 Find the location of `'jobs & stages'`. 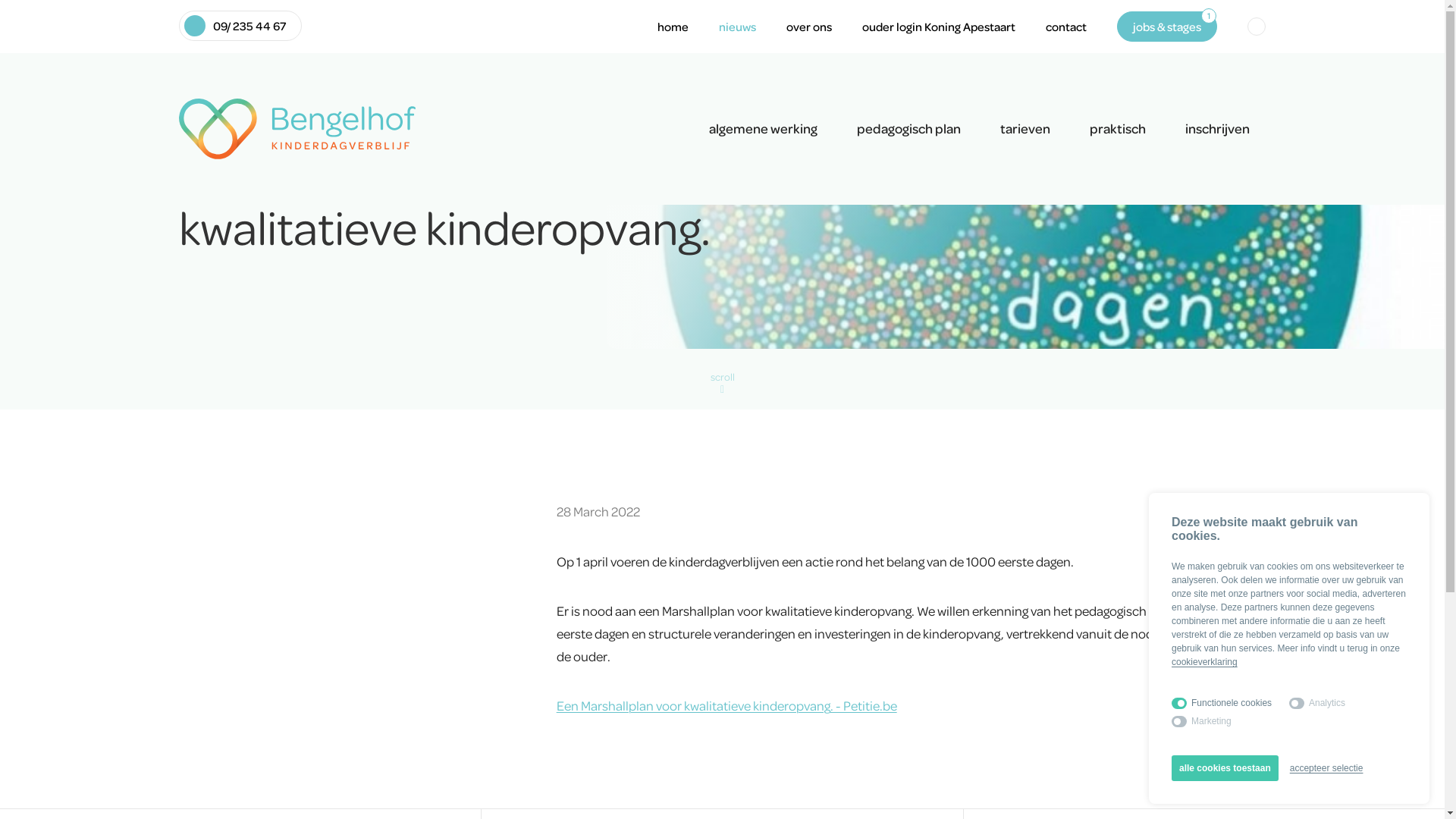

'jobs & stages' is located at coordinates (1166, 26).